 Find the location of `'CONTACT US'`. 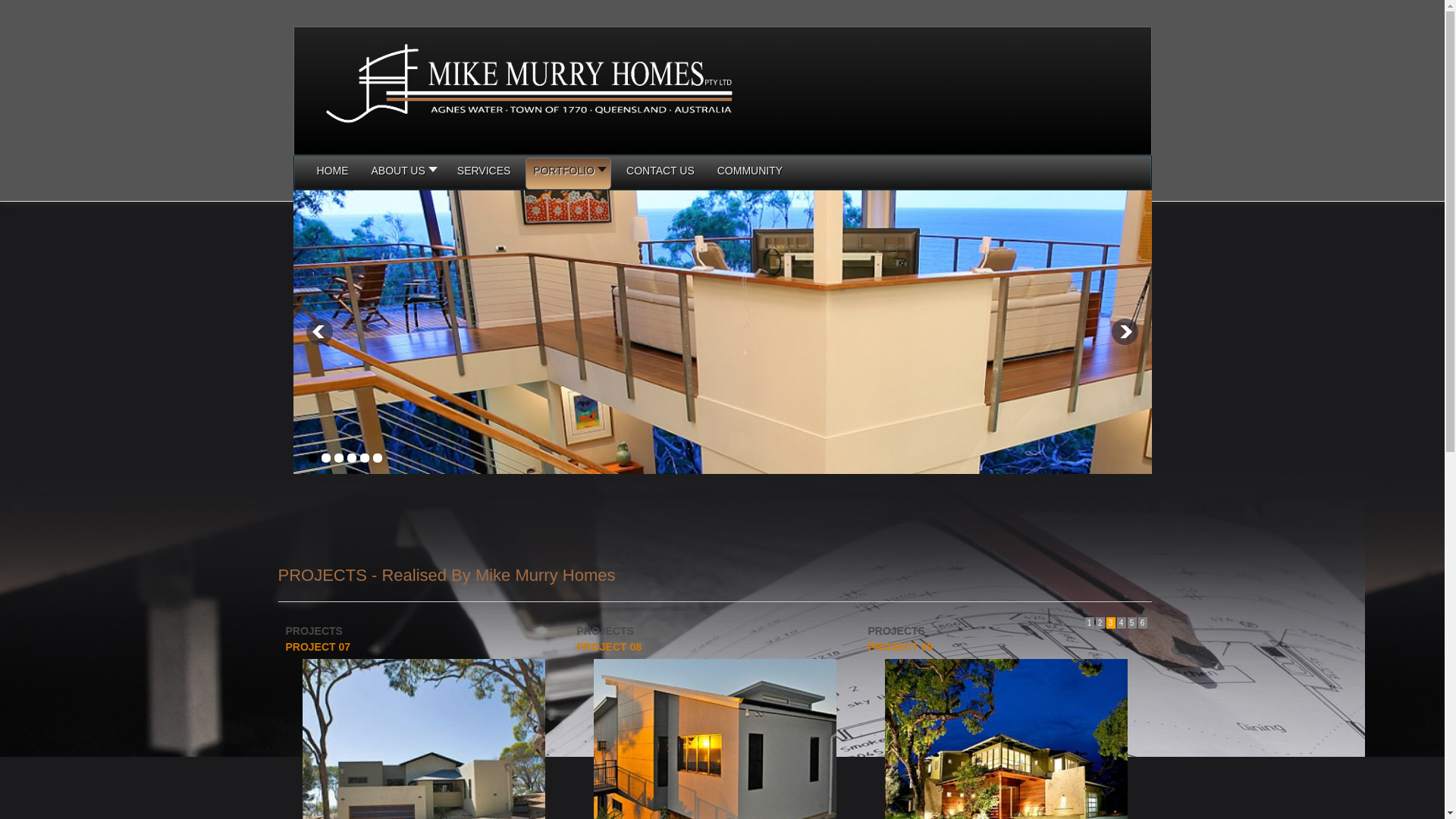

'CONTACT US' is located at coordinates (660, 174).